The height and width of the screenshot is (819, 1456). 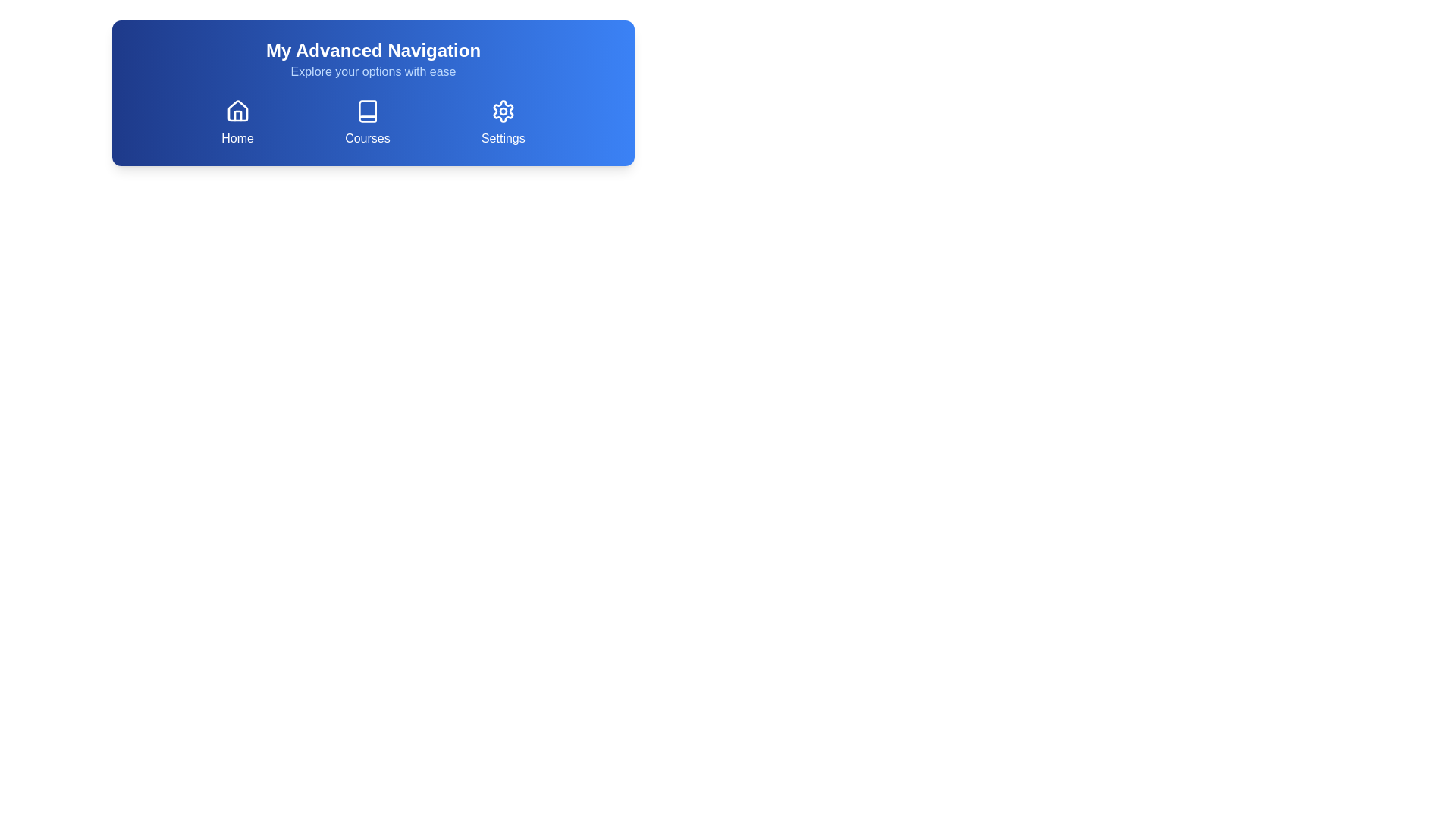 What do you see at coordinates (503, 138) in the screenshot?
I see `the settings option text label 'Settings' located below the gear-shaped icon in the navigation menu` at bounding box center [503, 138].